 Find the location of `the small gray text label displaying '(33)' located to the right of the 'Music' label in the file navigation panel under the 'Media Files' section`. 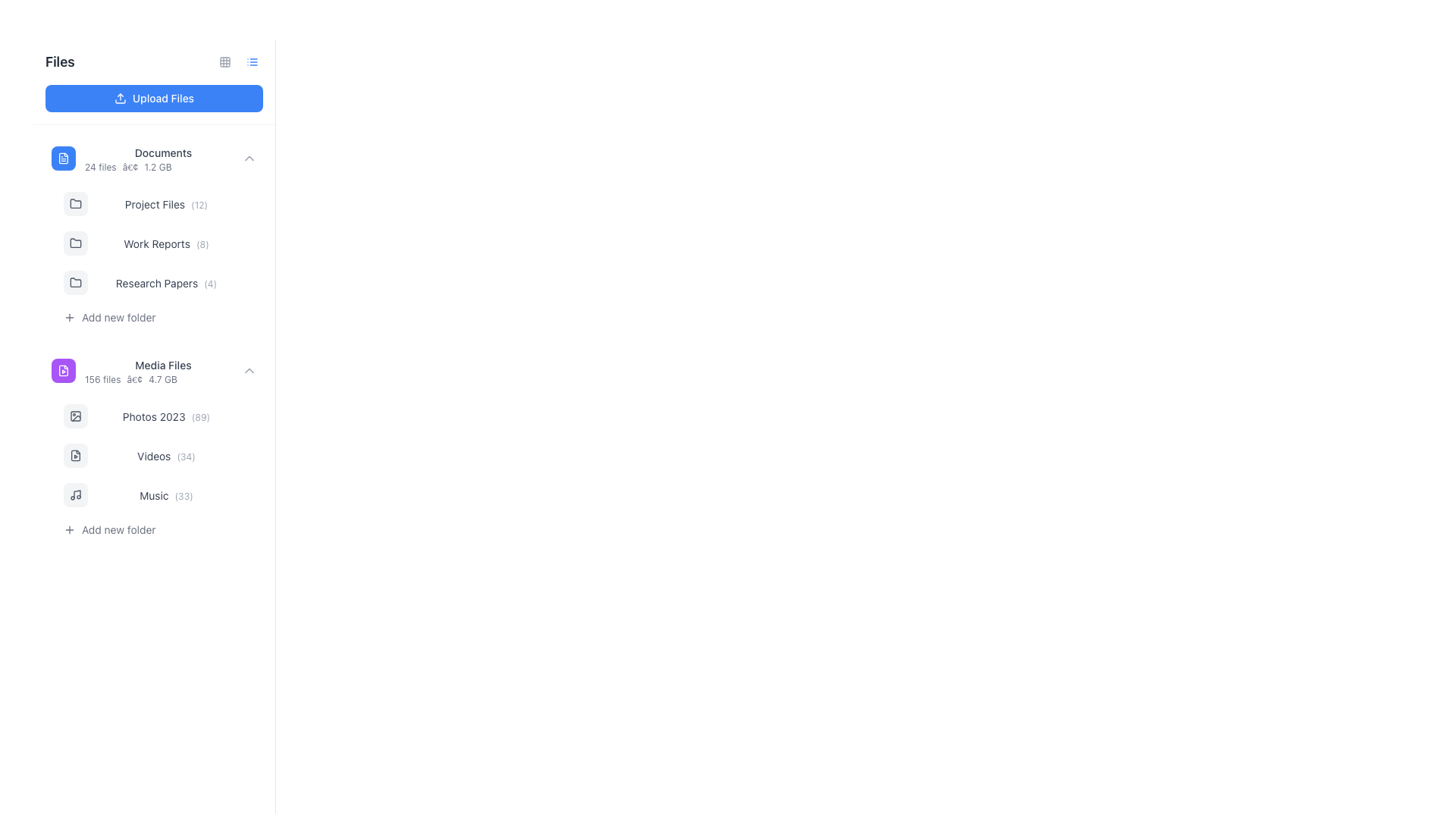

the small gray text label displaying '(33)' located to the right of the 'Music' label in the file navigation panel under the 'Media Files' section is located at coordinates (183, 496).